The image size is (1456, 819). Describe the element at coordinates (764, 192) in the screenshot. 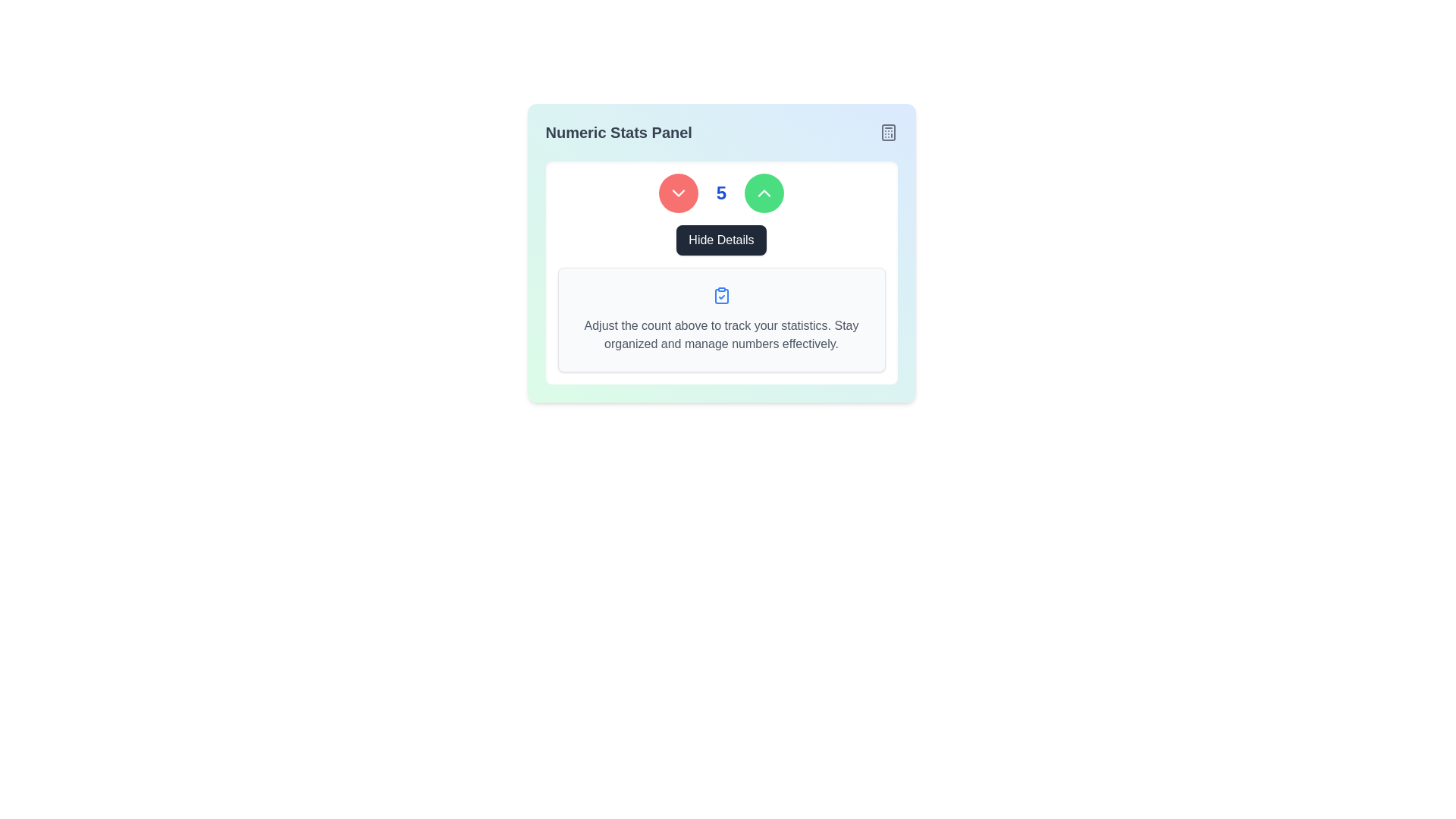

I see `the green circular button containing the icon that increments the numeric value displayed next to it` at that location.